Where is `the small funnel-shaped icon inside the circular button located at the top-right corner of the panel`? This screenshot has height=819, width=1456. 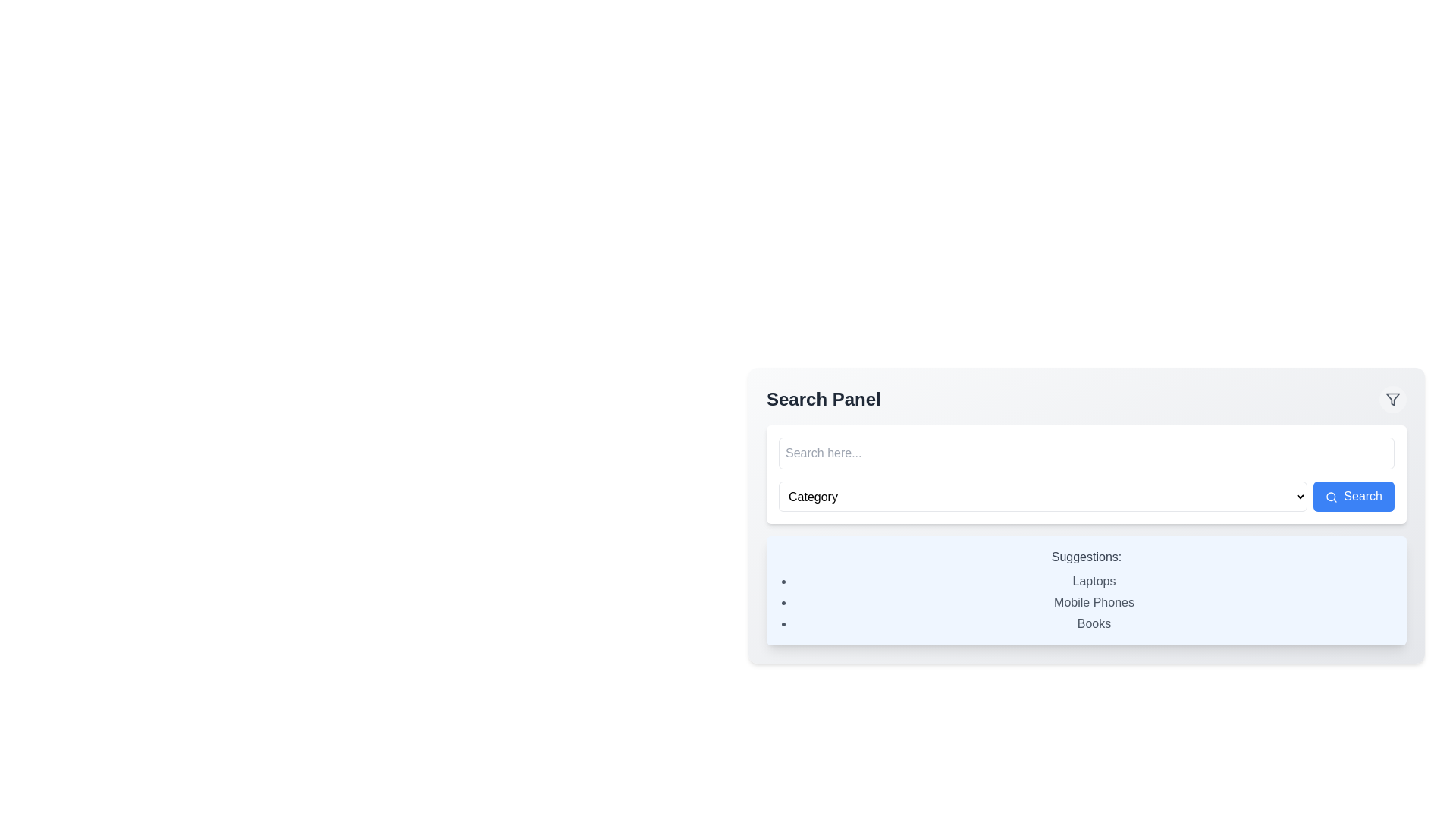
the small funnel-shaped icon inside the circular button located at the top-right corner of the panel is located at coordinates (1393, 399).